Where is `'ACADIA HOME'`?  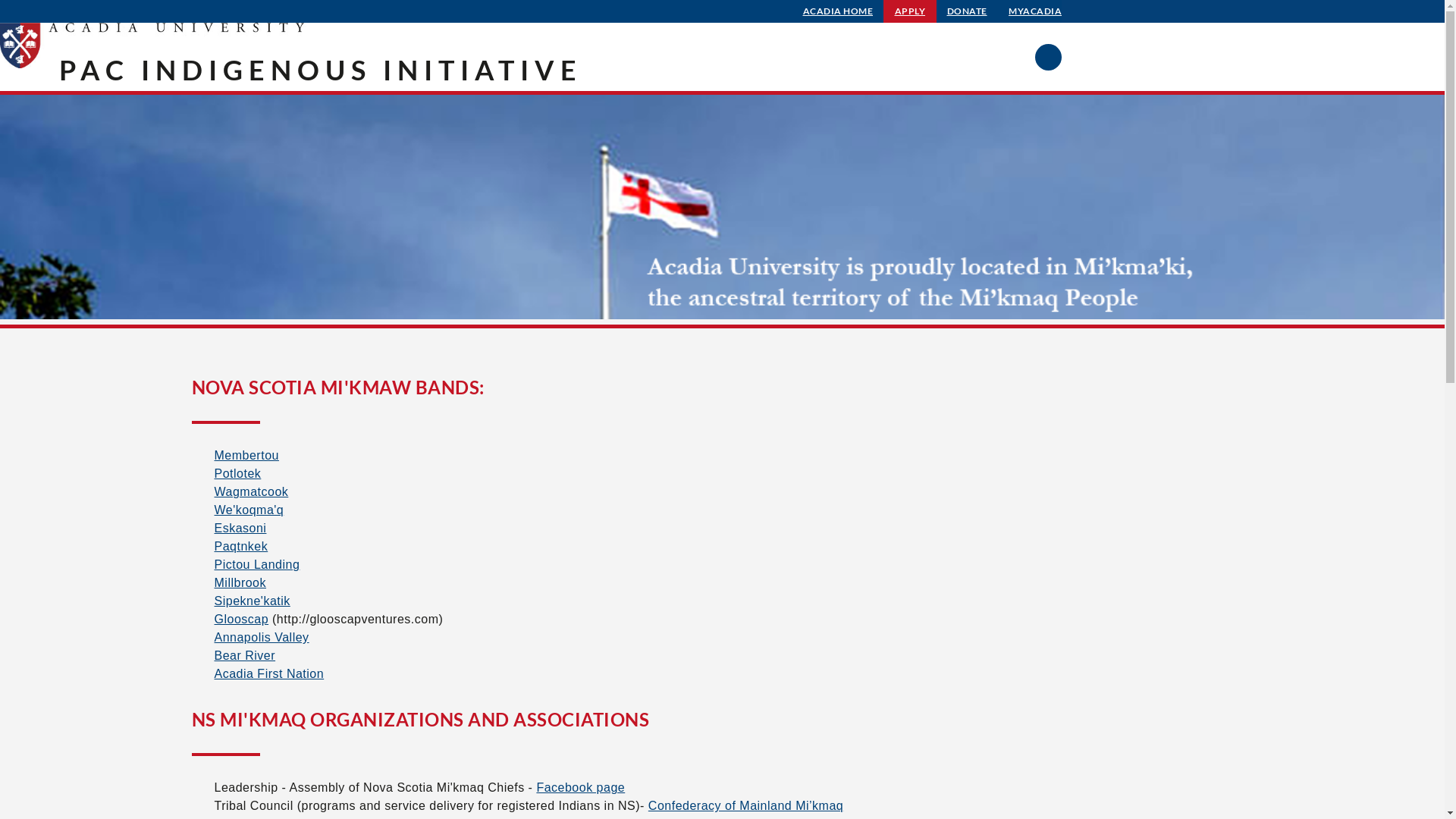
'ACADIA HOME' is located at coordinates (837, 11).